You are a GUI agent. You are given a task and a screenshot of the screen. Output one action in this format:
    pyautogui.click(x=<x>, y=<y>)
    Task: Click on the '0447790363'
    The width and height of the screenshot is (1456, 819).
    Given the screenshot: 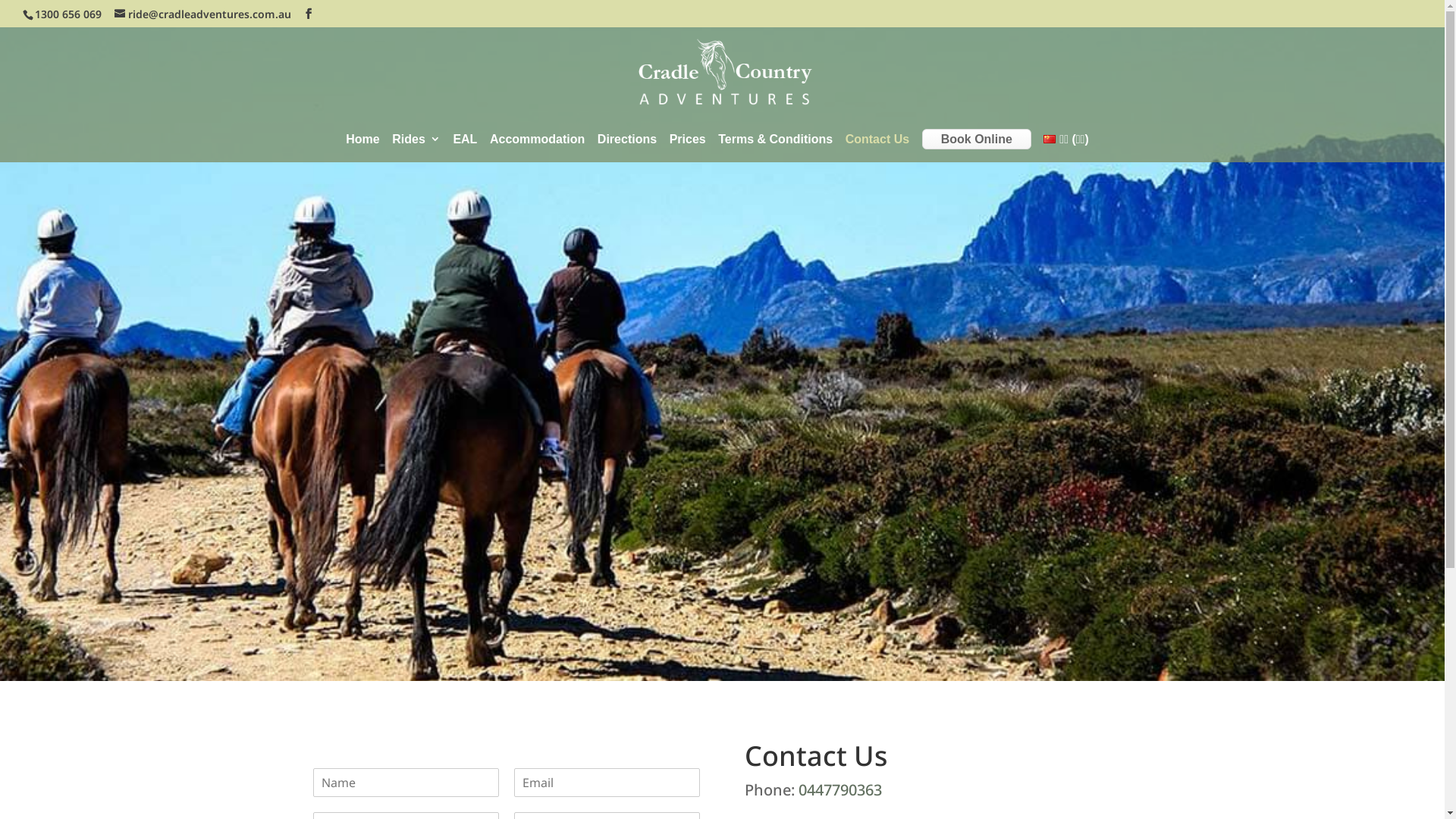 What is the action you would take?
    pyautogui.click(x=839, y=789)
    